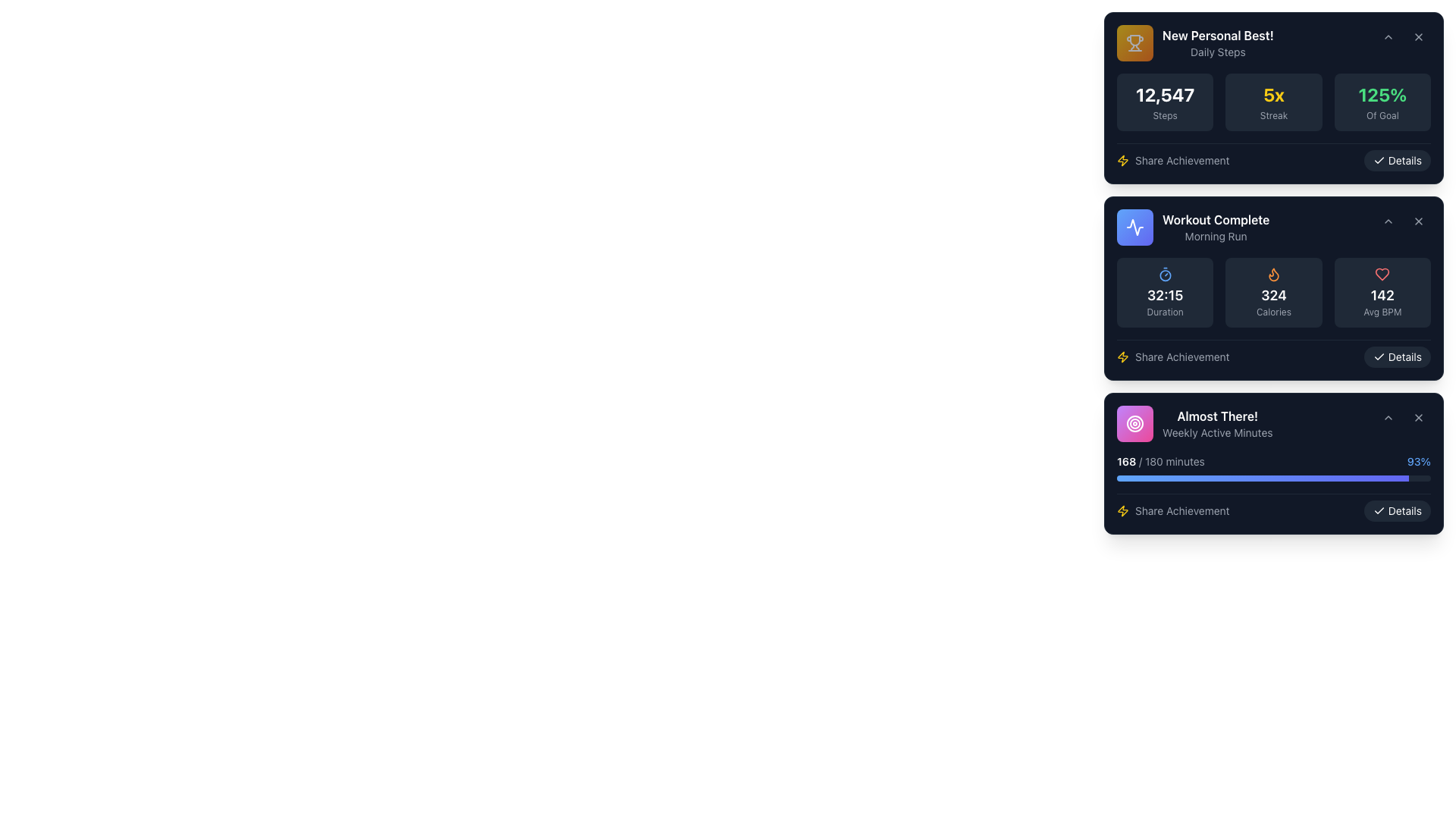  What do you see at coordinates (1135, 227) in the screenshot?
I see `the small wave icon representing the 'Workout Complete' section, located in the upper-left corner of the card, next to the text 'Workout Complete Morning Run.'` at bounding box center [1135, 227].